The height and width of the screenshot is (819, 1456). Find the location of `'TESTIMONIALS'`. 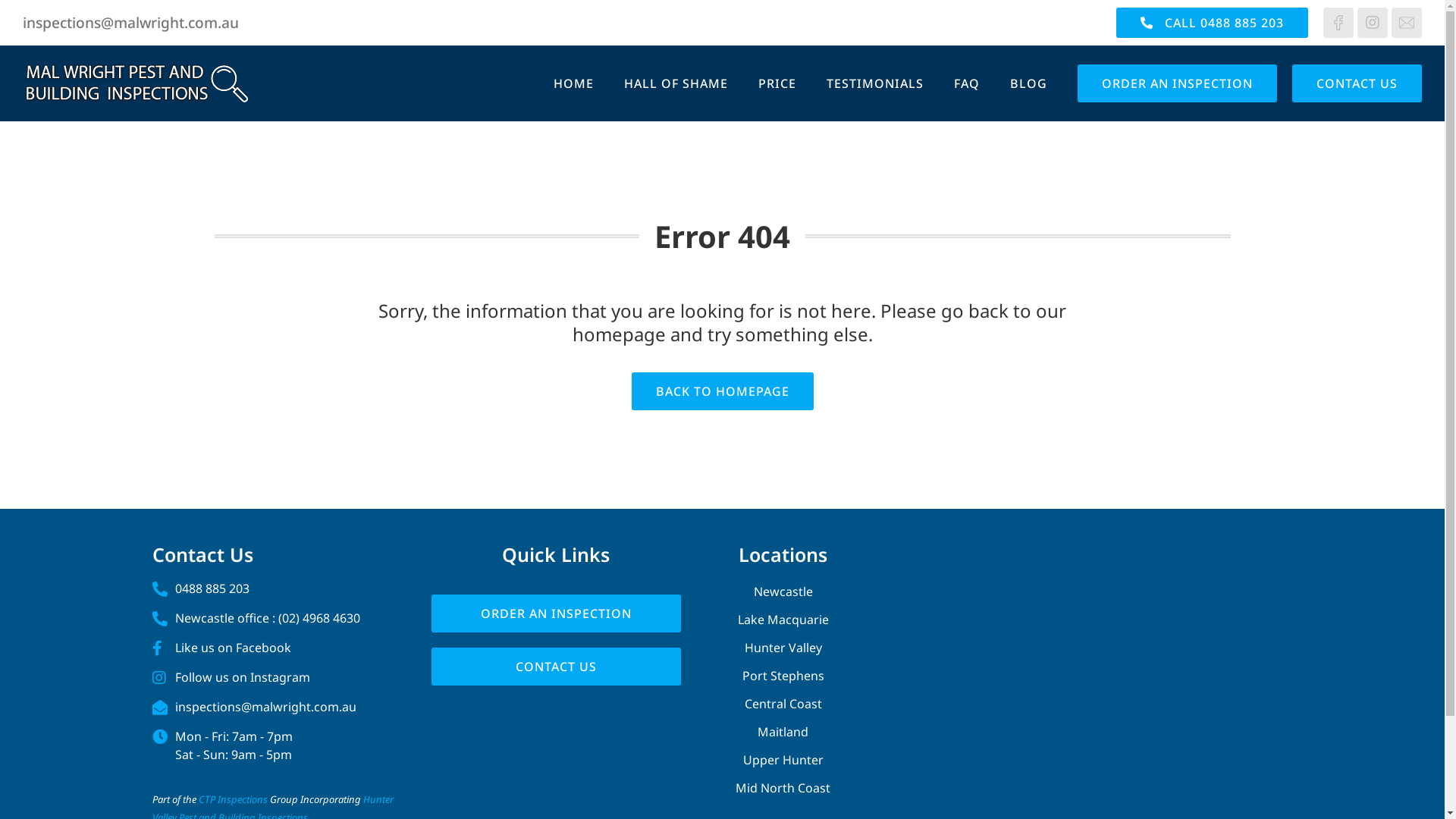

'TESTIMONIALS' is located at coordinates (874, 83).